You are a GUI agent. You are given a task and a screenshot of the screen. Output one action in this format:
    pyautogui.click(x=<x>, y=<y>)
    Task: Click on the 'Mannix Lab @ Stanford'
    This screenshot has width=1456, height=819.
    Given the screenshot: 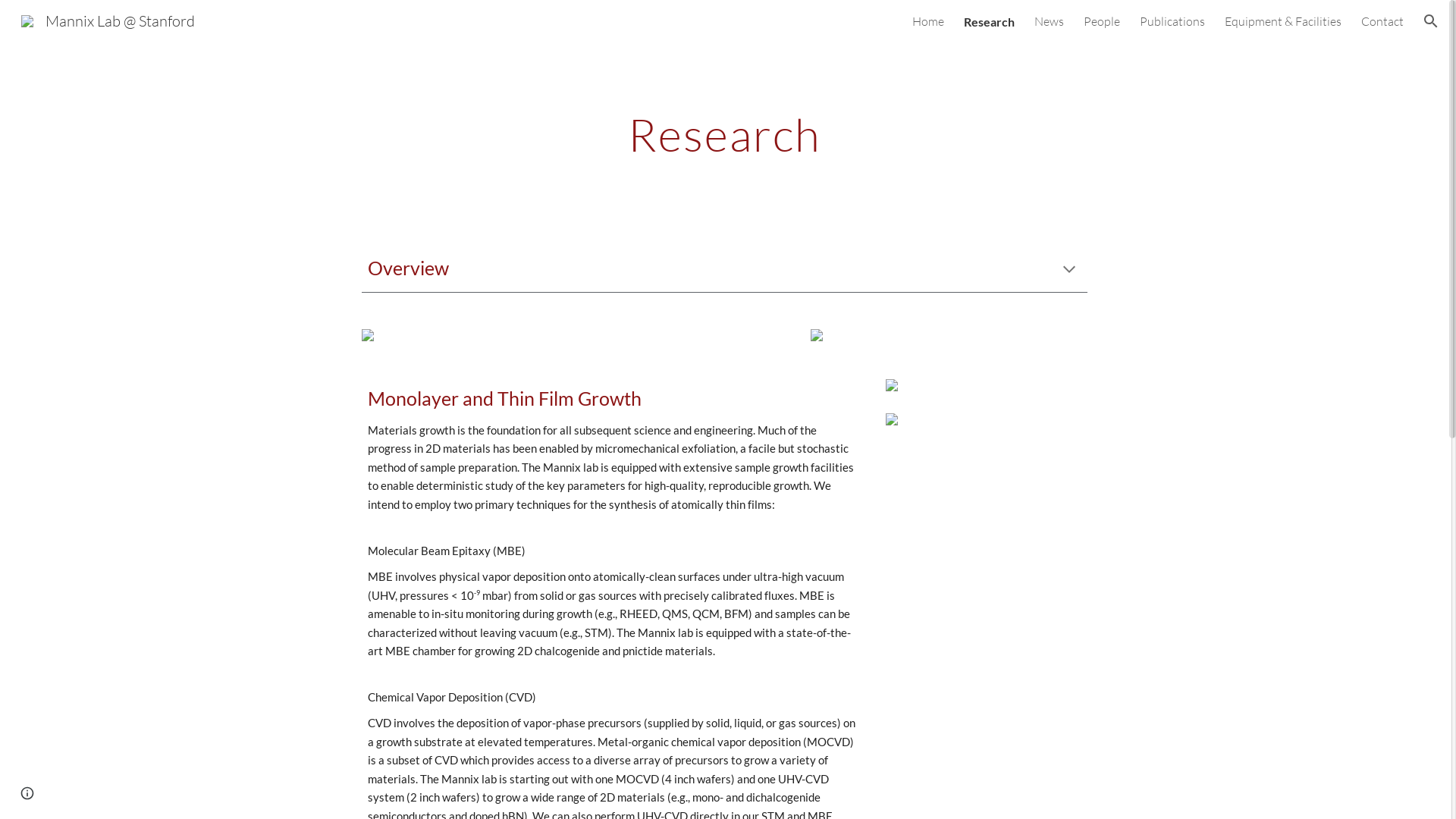 What is the action you would take?
    pyautogui.click(x=107, y=19)
    